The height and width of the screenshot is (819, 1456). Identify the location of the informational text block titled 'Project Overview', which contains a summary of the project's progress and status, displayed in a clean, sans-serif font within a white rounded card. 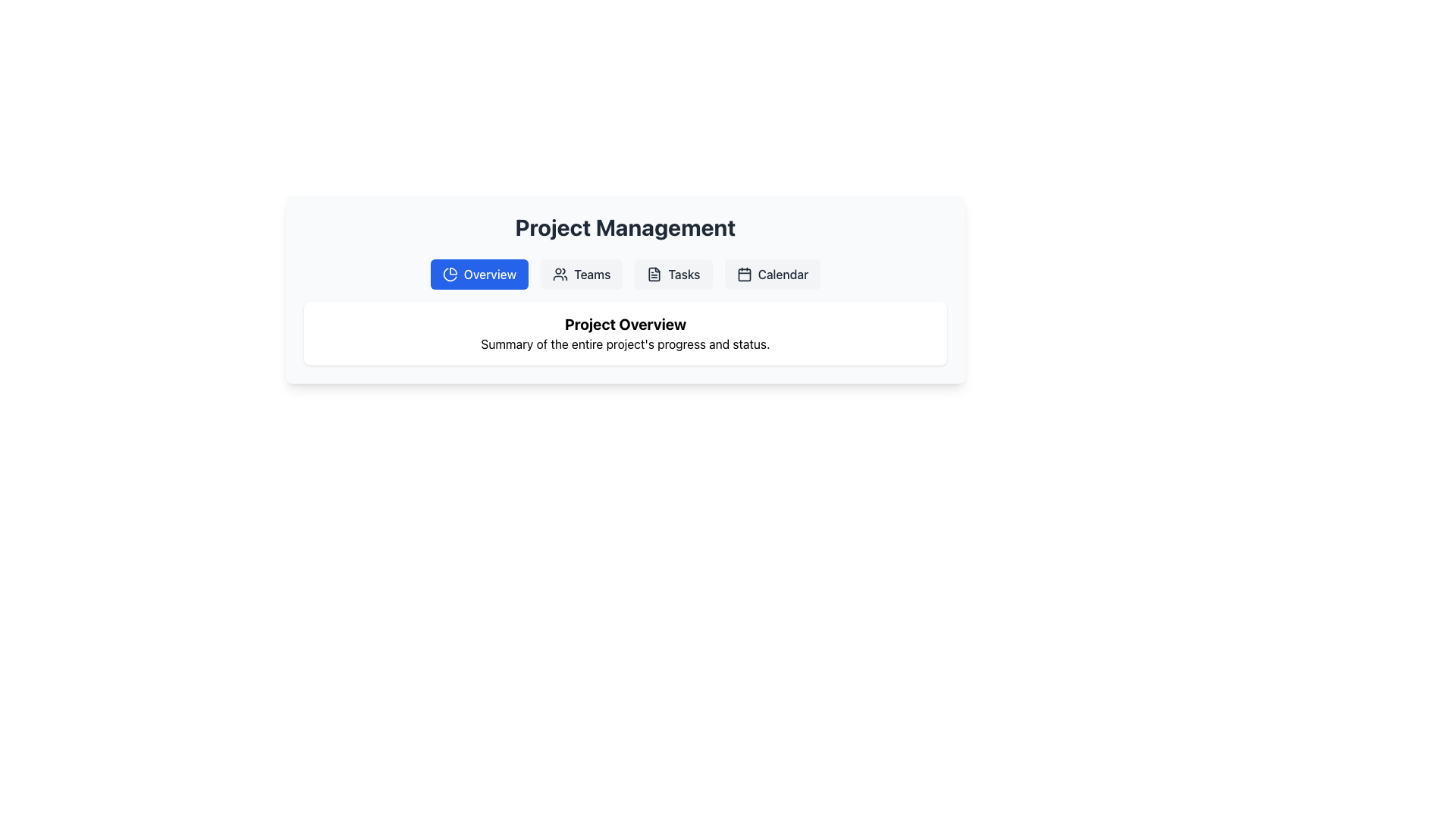
(626, 332).